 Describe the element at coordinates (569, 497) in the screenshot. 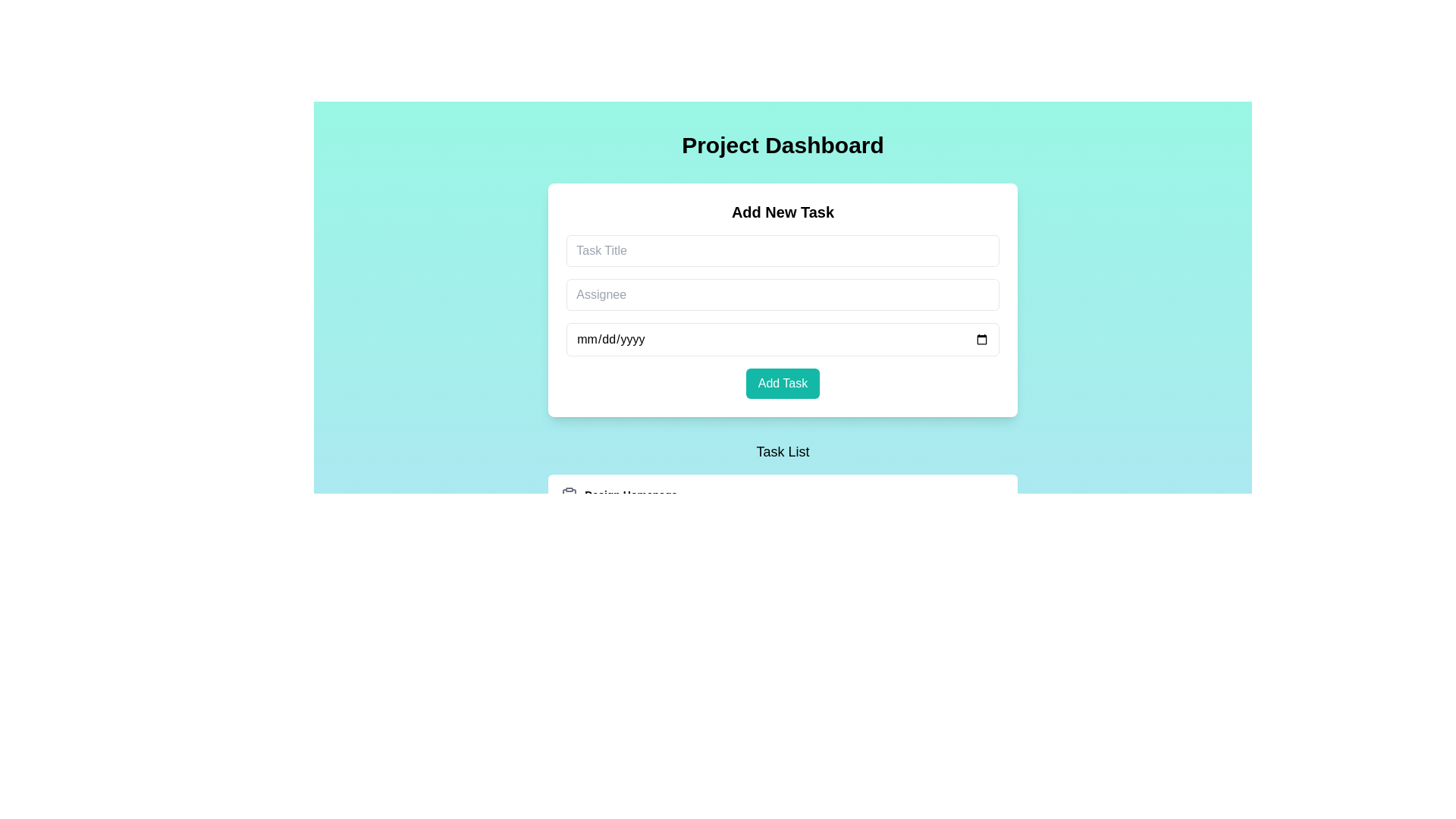

I see `the clipboard icon, which is a vector graphic resembling a compact clipboard with a rectangular shape and top clip, located beside the task title in the Task List section of the dashboard` at that location.